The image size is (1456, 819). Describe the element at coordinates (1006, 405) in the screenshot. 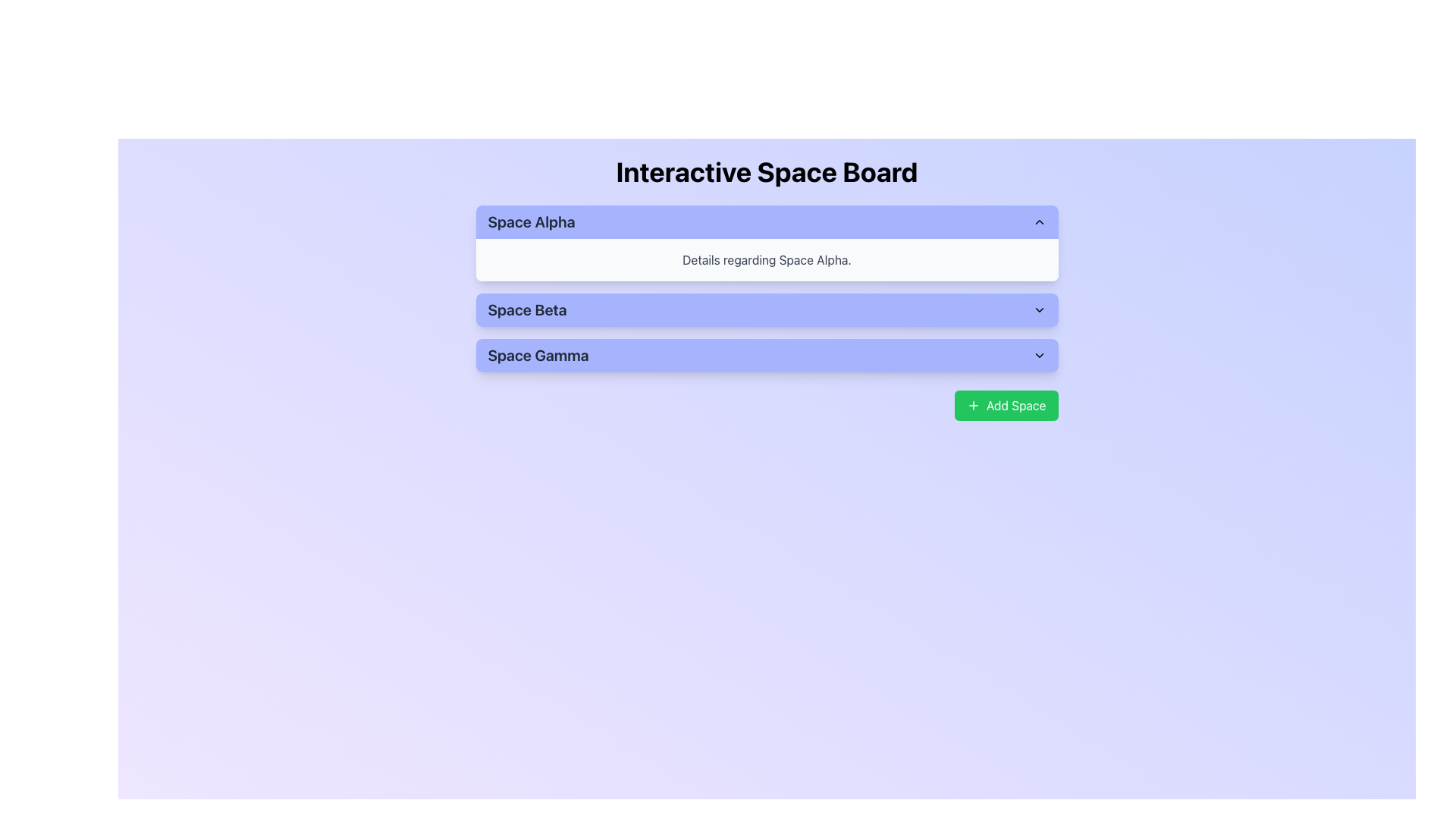

I see `the green rectangular button labeled 'Add Space'` at that location.